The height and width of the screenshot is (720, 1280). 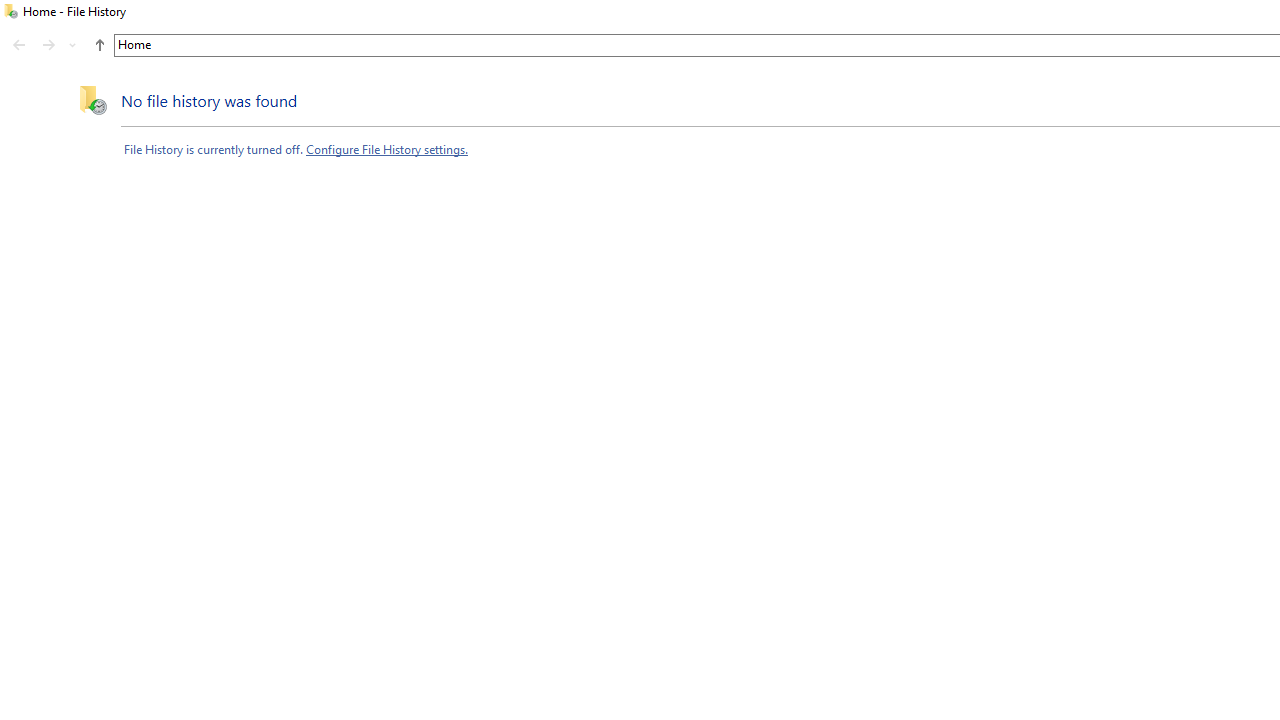 I want to click on 'Up one level (Alt + Up Arrow)', so click(x=98, y=45).